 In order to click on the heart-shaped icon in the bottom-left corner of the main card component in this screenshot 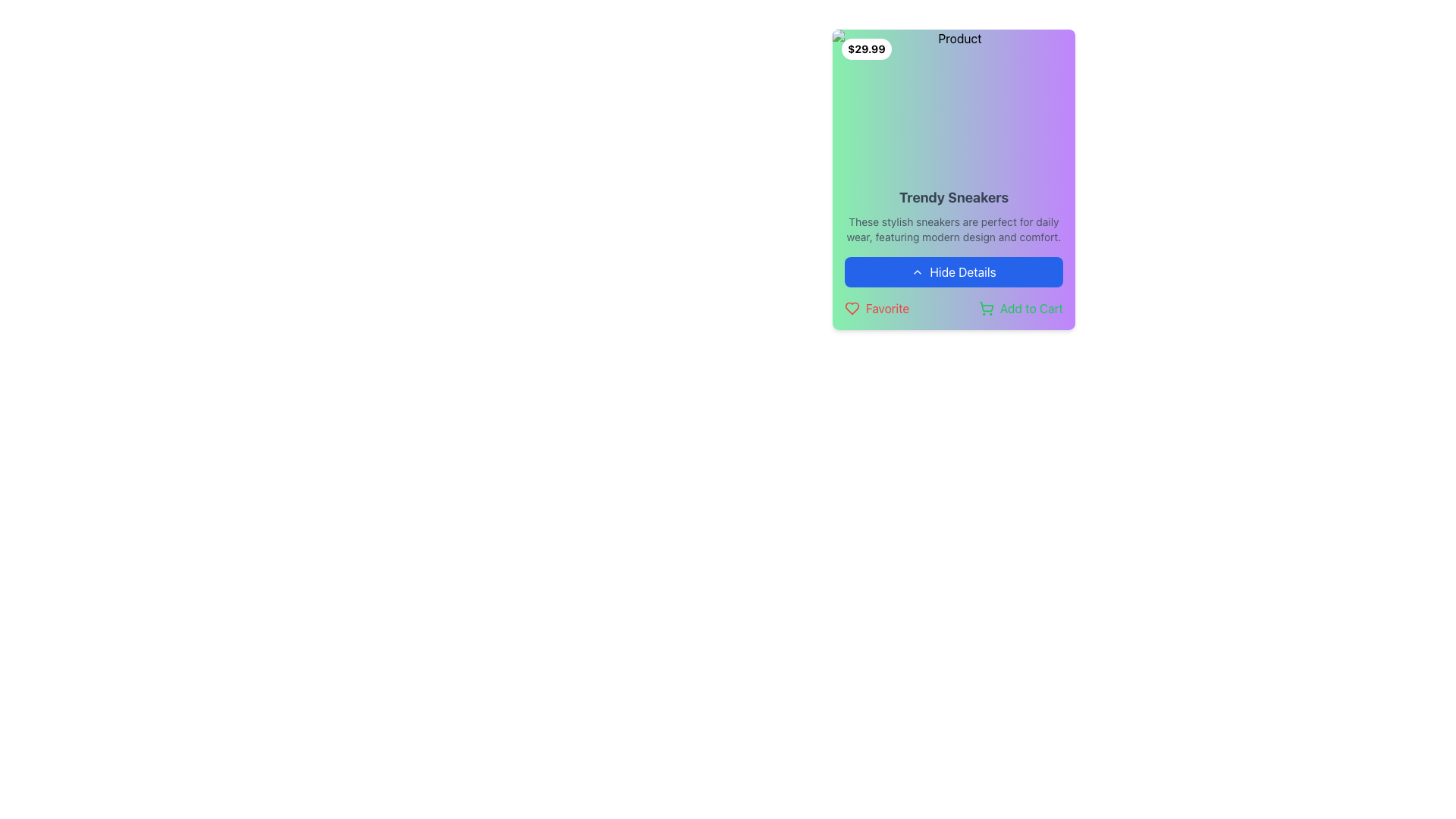, I will do `click(852, 308)`.